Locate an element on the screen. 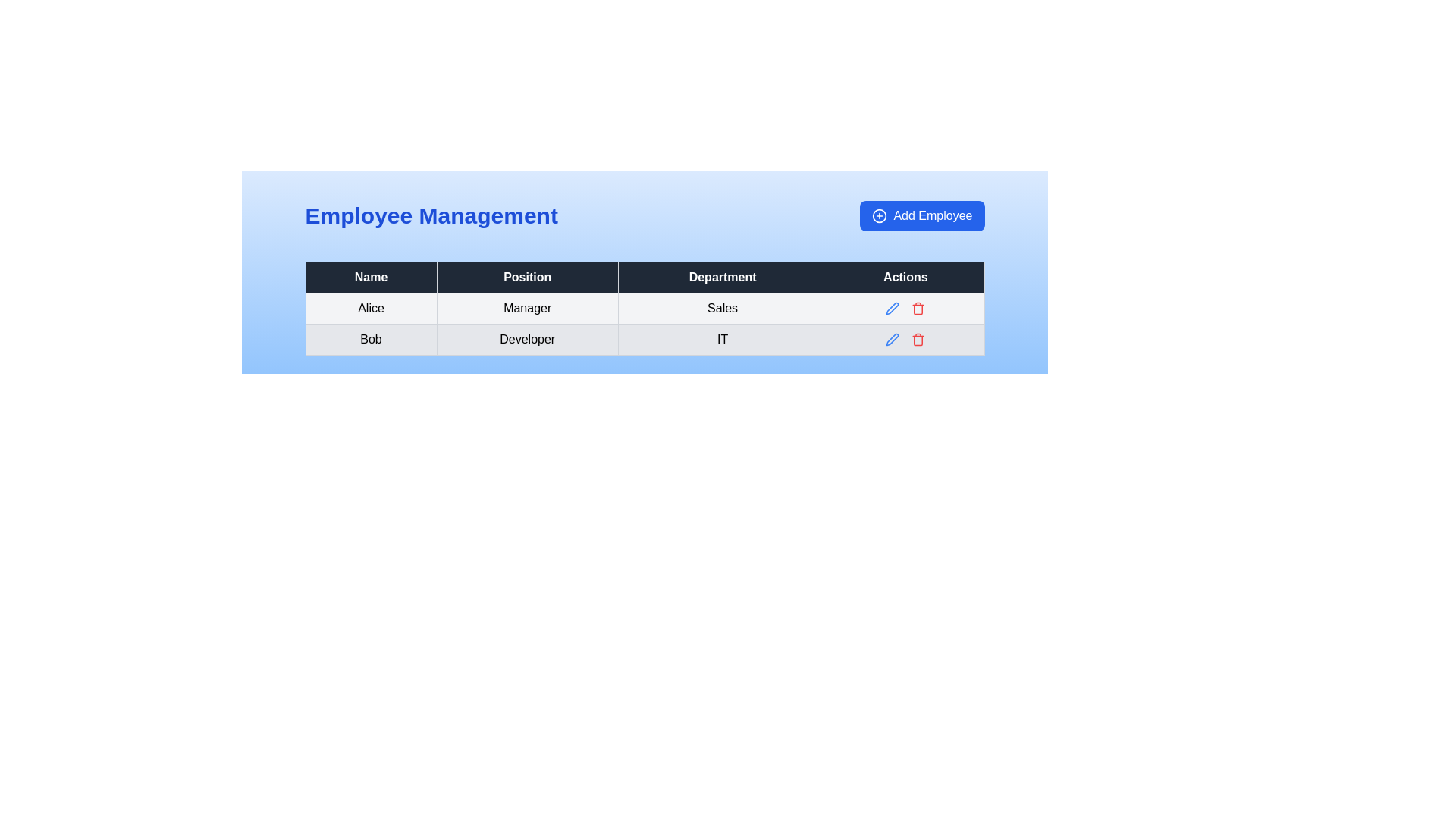 This screenshot has width=1456, height=819. the text label displaying 'Alice' in the 'Name' column of the table, which has a light gray background and is styled with padding and a border is located at coordinates (371, 308).